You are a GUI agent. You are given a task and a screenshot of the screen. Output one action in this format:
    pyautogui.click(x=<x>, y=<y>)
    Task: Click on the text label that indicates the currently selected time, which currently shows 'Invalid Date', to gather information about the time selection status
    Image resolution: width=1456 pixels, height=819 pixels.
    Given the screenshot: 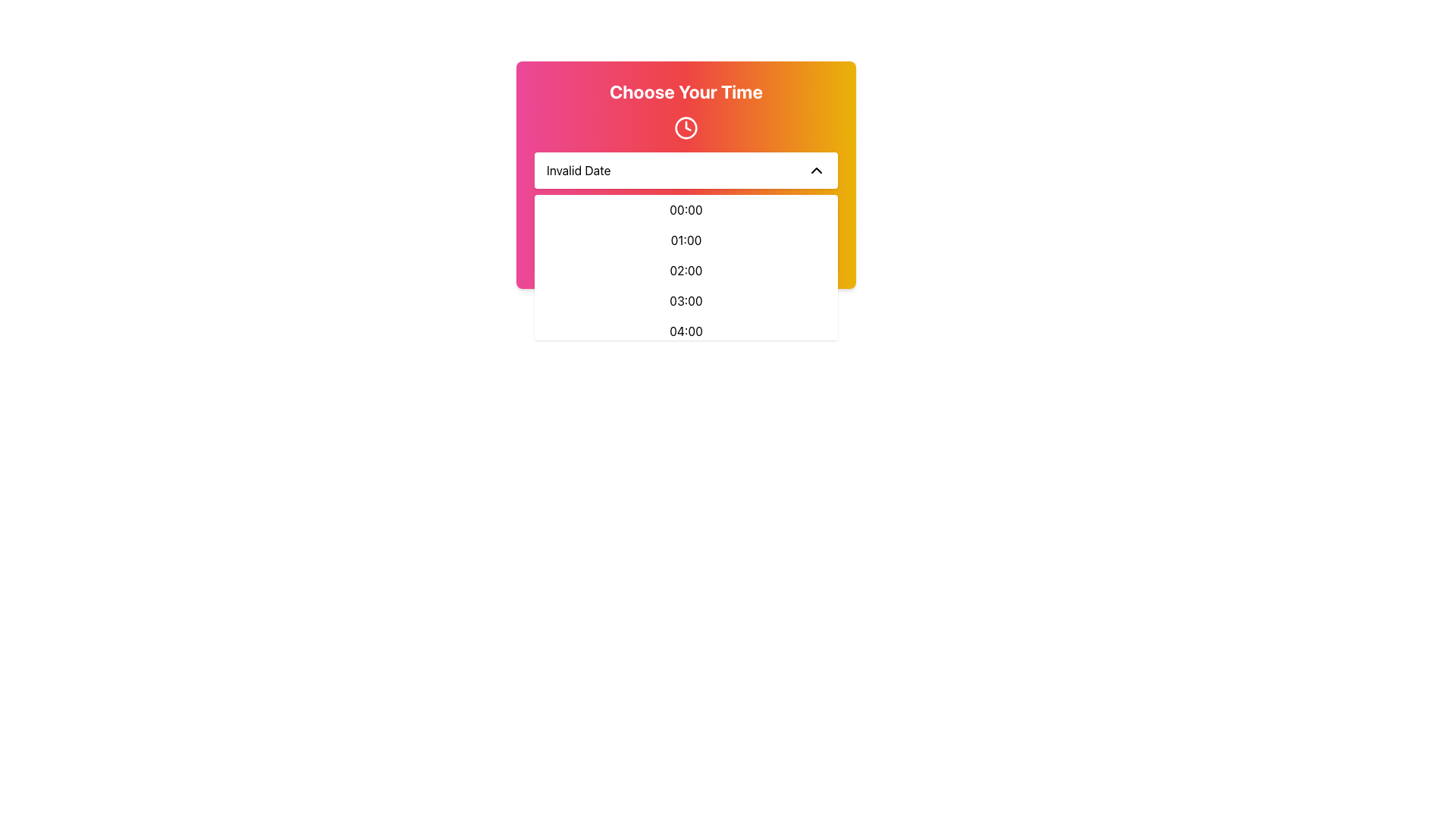 What is the action you would take?
    pyautogui.click(x=686, y=247)
    